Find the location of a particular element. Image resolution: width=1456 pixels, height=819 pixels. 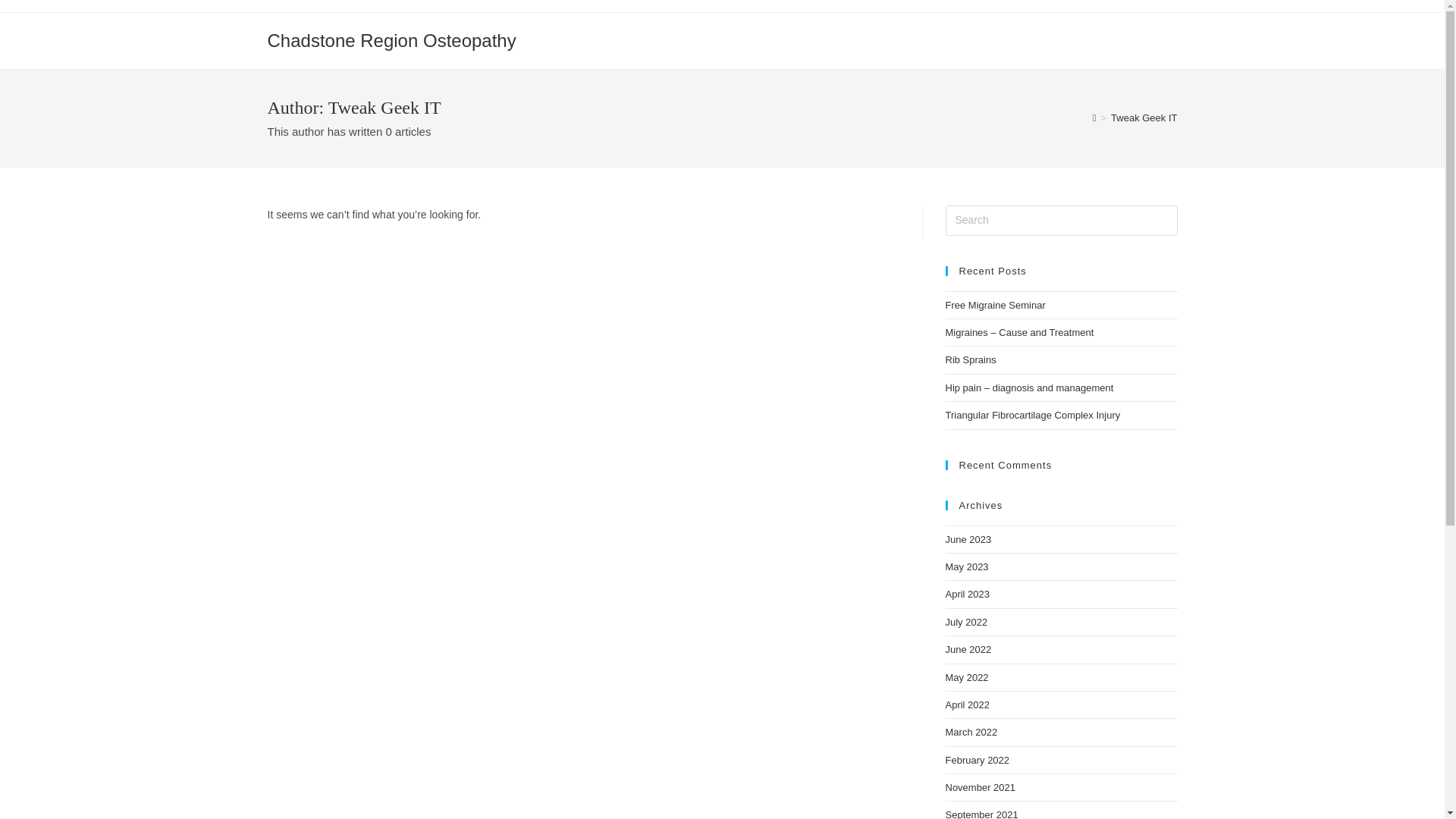

'May 2023' is located at coordinates (965, 566).